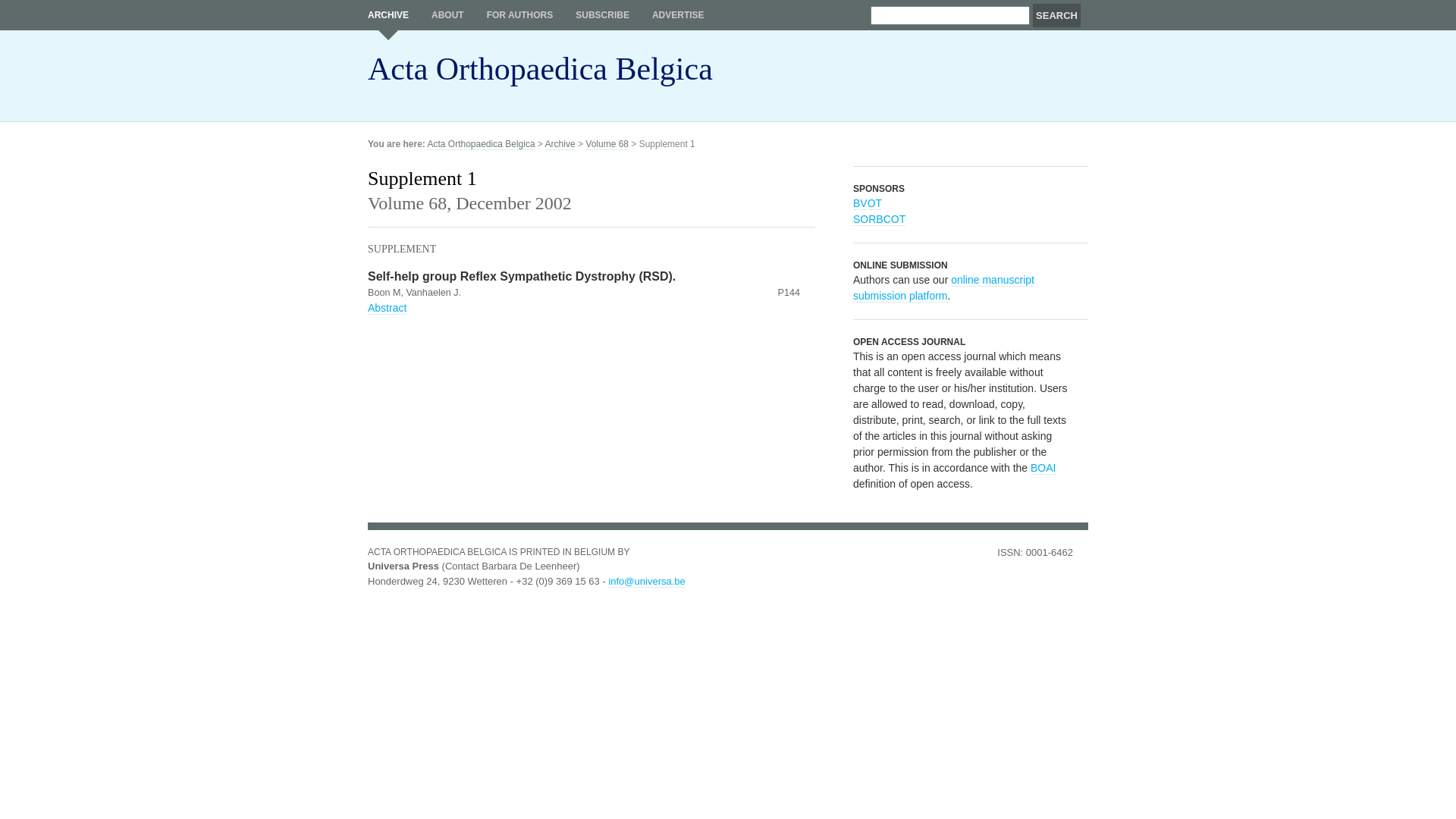 The width and height of the screenshot is (1456, 819). I want to click on 'Search', so click(1056, 15).